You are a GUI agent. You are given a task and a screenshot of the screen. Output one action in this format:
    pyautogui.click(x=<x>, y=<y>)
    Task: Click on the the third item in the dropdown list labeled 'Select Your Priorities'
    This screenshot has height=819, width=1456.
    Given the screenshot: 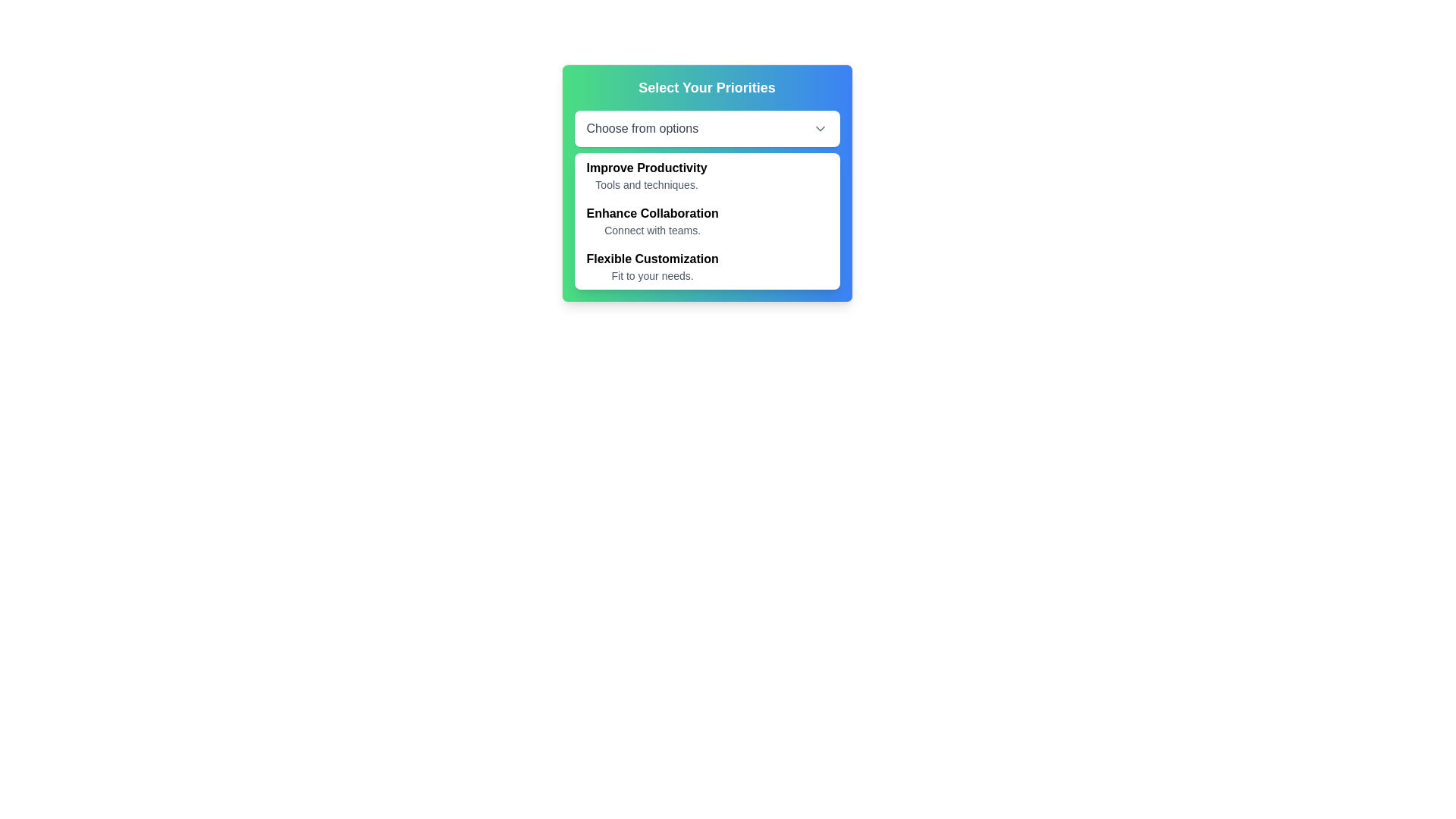 What is the action you would take?
    pyautogui.click(x=652, y=265)
    